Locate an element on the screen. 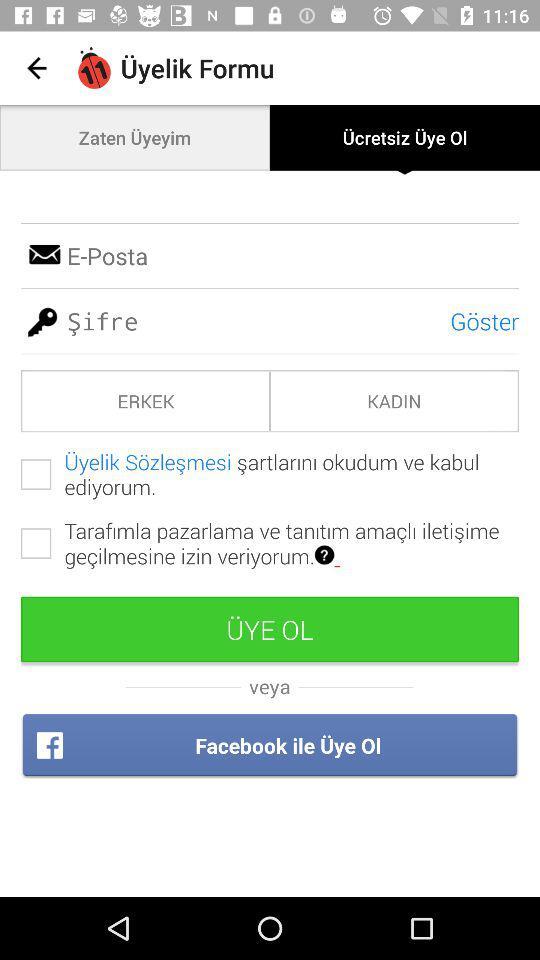  erkek is located at coordinates (144, 400).